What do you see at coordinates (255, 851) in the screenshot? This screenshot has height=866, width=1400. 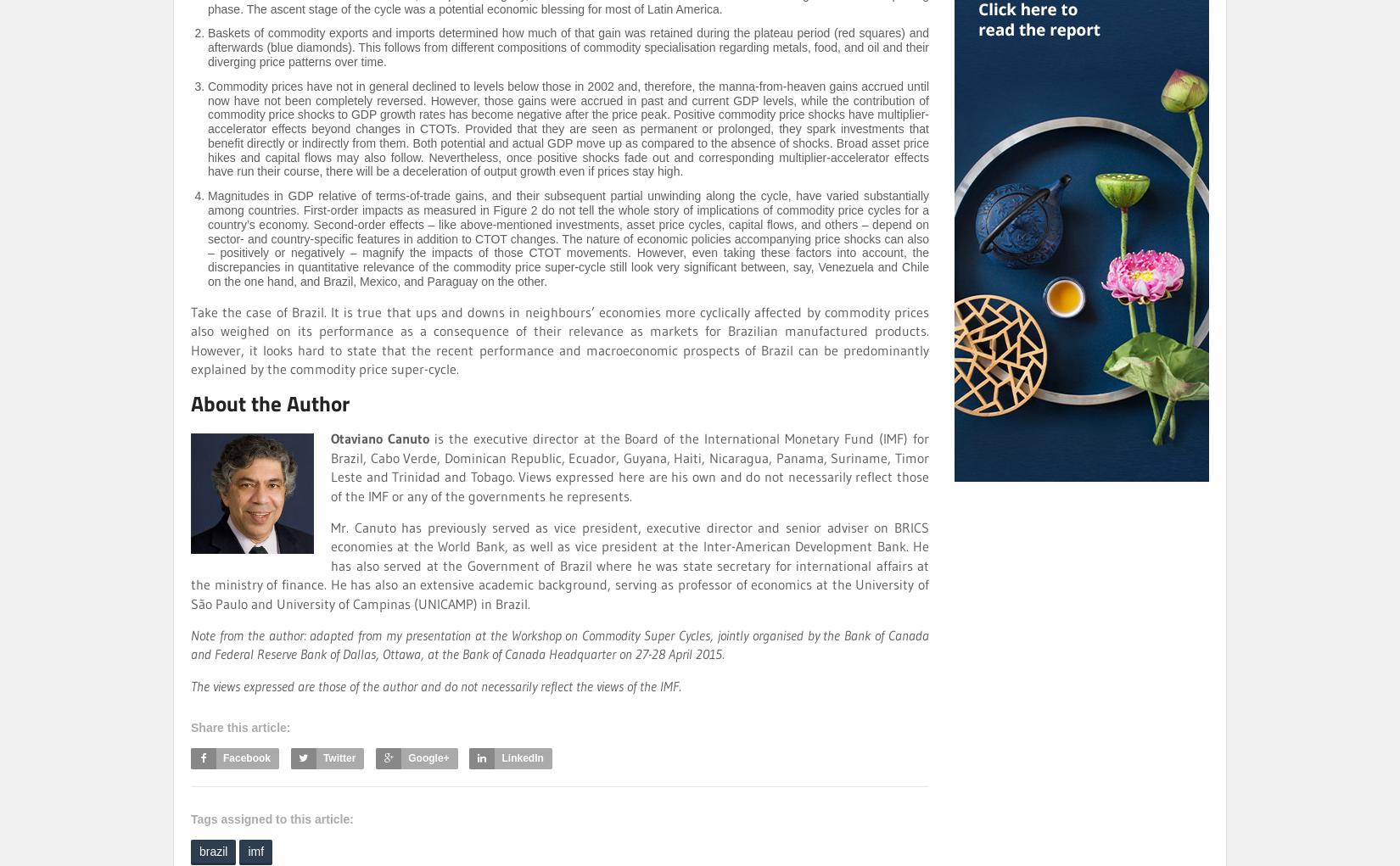 I see `'imf'` at bounding box center [255, 851].